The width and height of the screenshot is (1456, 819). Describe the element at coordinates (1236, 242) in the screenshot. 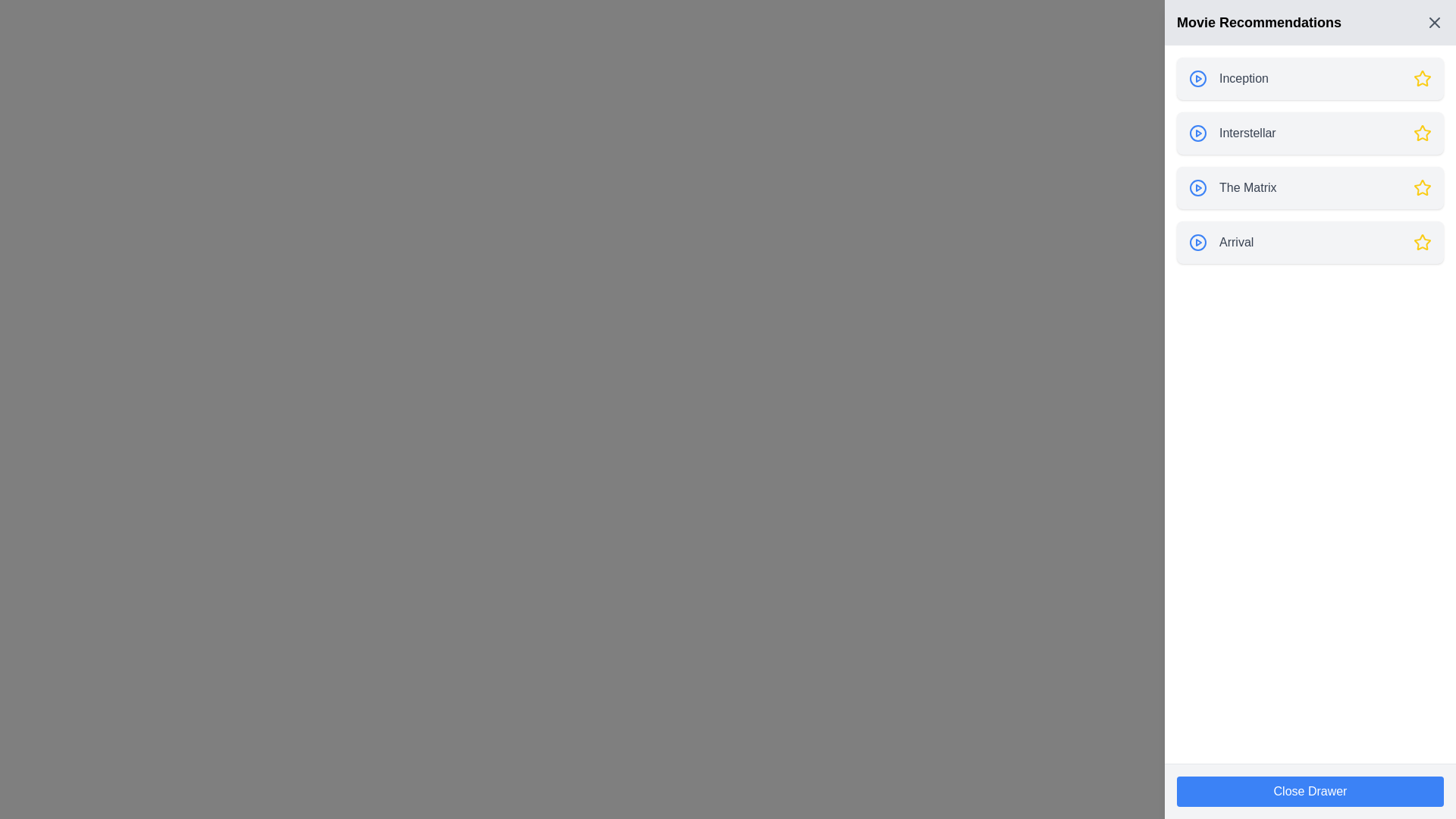

I see `the 'Arrival' text label, which is the fourth option in a vertical list of movie titles in the sidebar, aligned with a play button icon to its left and a star icon to its right` at that location.